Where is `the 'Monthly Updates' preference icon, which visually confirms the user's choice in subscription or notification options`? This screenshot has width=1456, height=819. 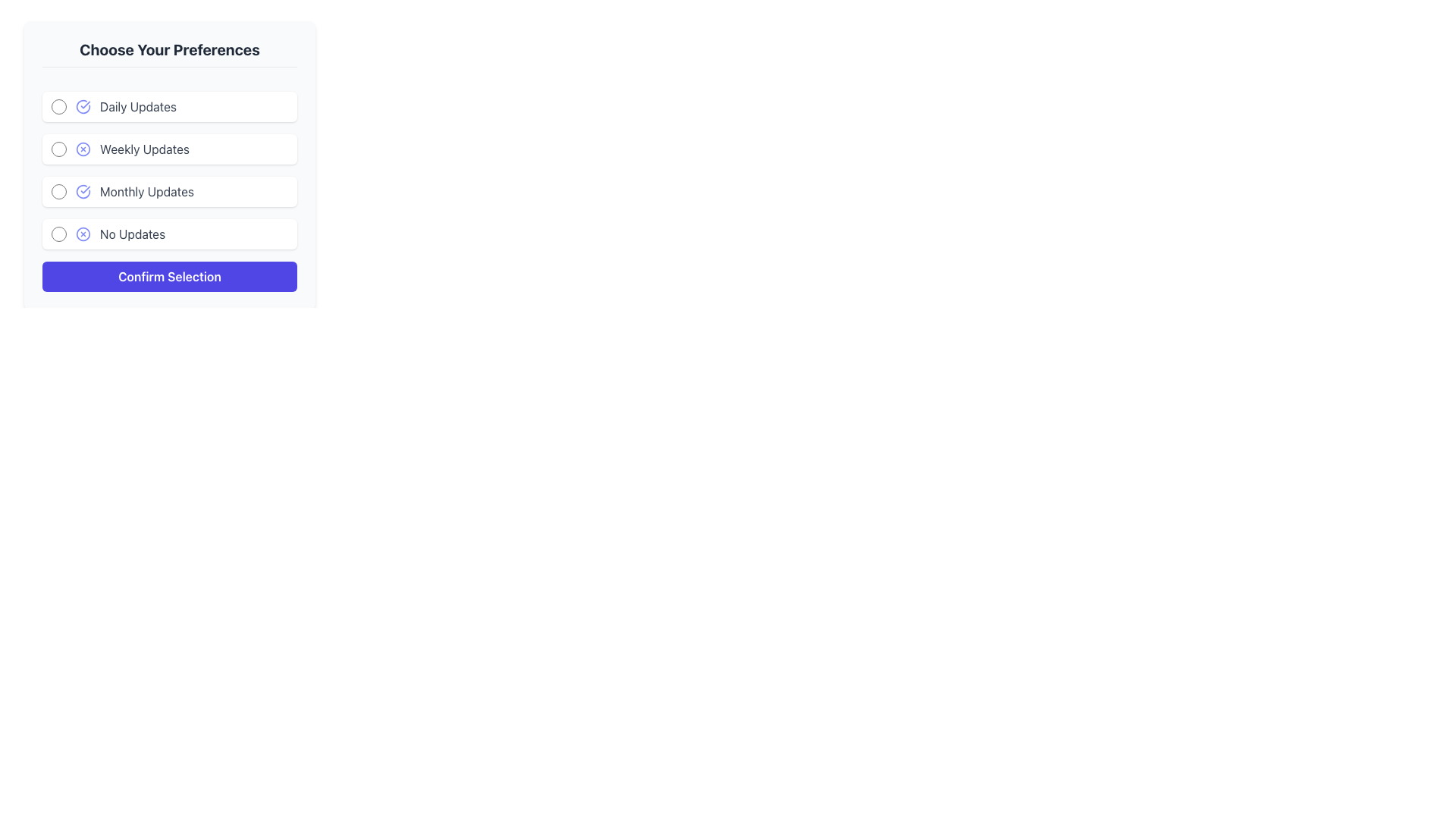 the 'Monthly Updates' preference icon, which visually confirms the user's choice in subscription or notification options is located at coordinates (83, 191).